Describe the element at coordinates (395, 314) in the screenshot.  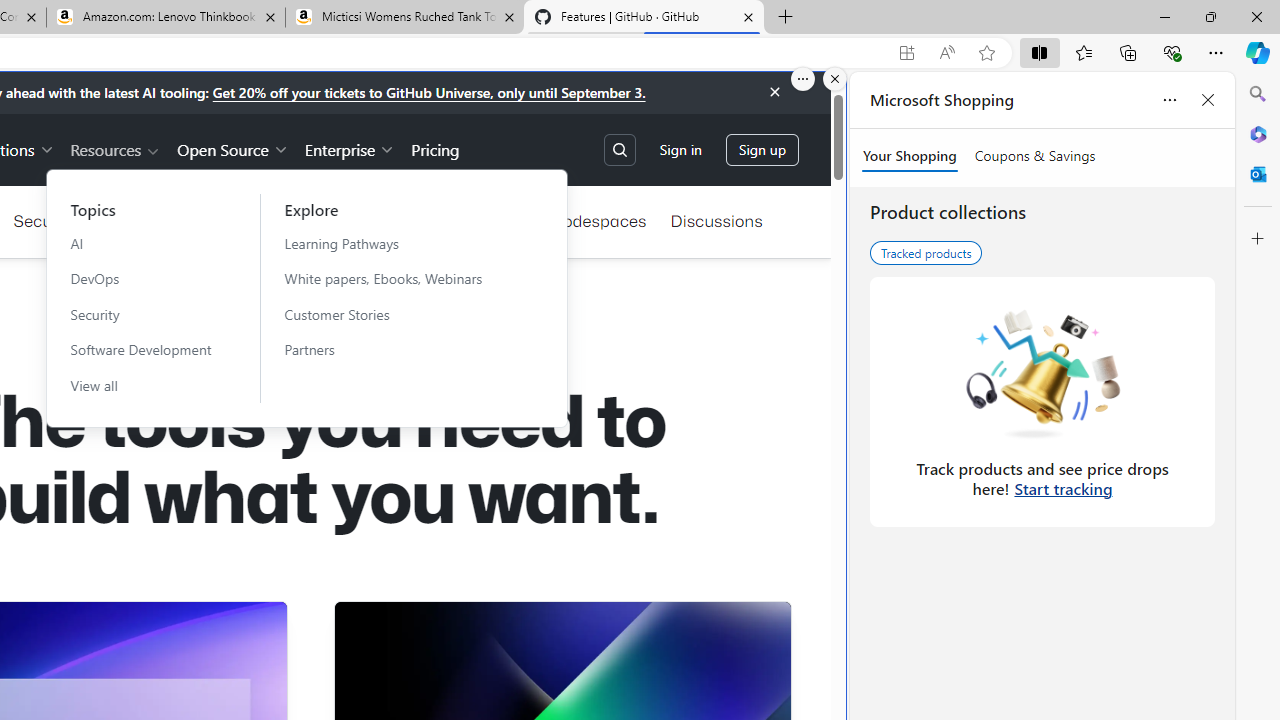
I see `'Customer Stories'` at that location.